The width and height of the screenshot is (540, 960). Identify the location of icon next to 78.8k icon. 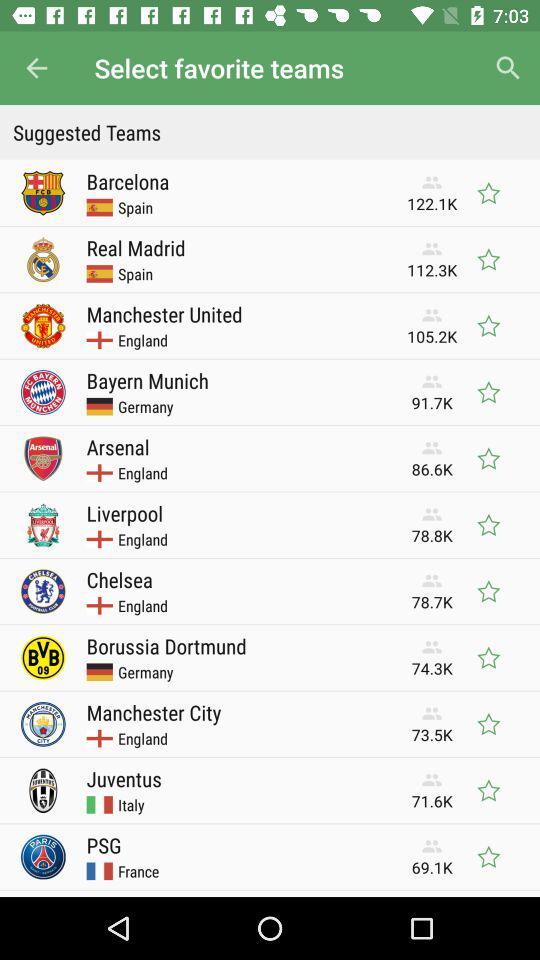
(124, 512).